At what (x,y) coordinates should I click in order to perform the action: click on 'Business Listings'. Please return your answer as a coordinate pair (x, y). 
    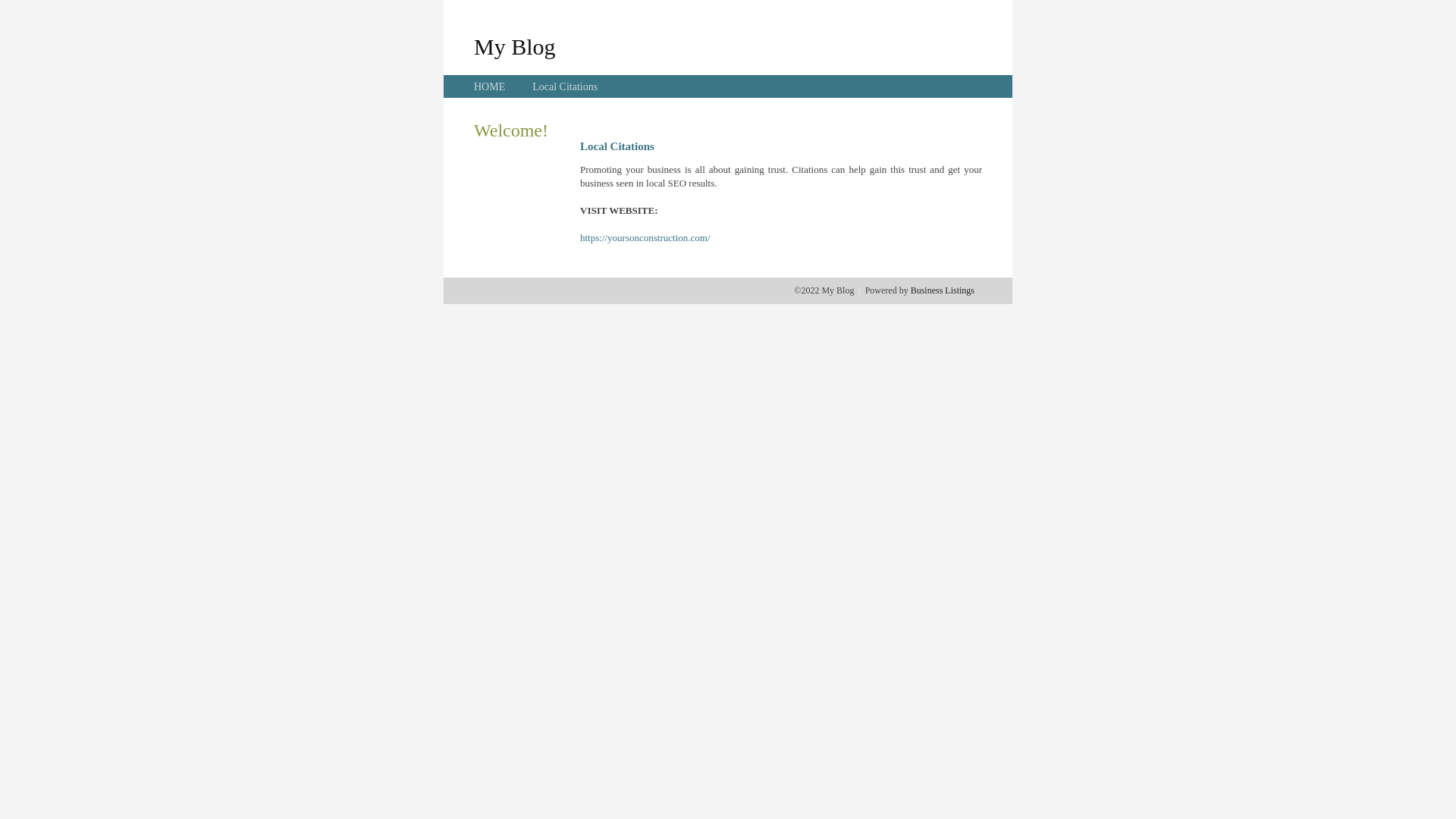
    Looking at the image, I should click on (942, 290).